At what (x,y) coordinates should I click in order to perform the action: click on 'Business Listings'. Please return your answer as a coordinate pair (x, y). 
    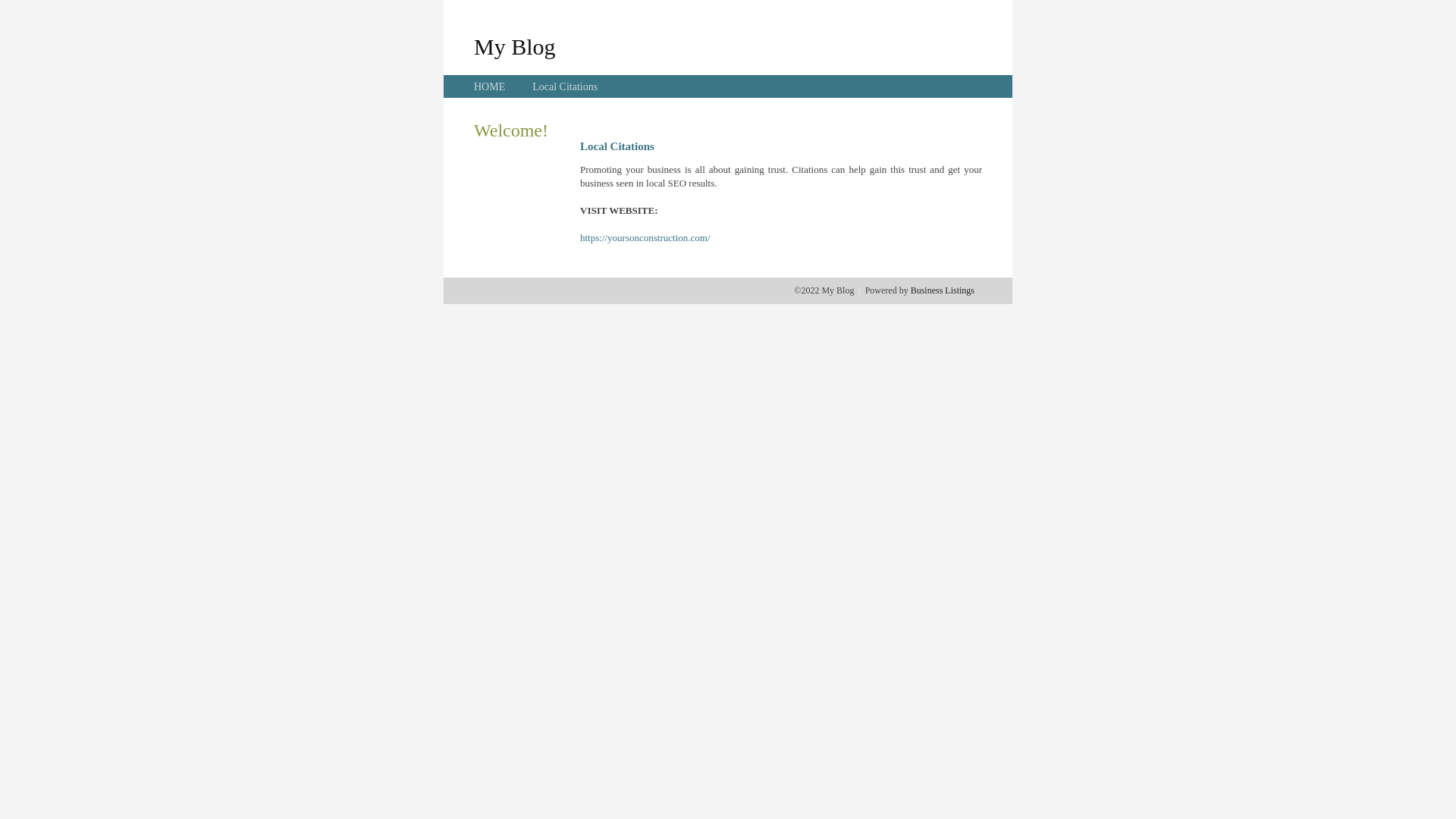
    Looking at the image, I should click on (942, 290).